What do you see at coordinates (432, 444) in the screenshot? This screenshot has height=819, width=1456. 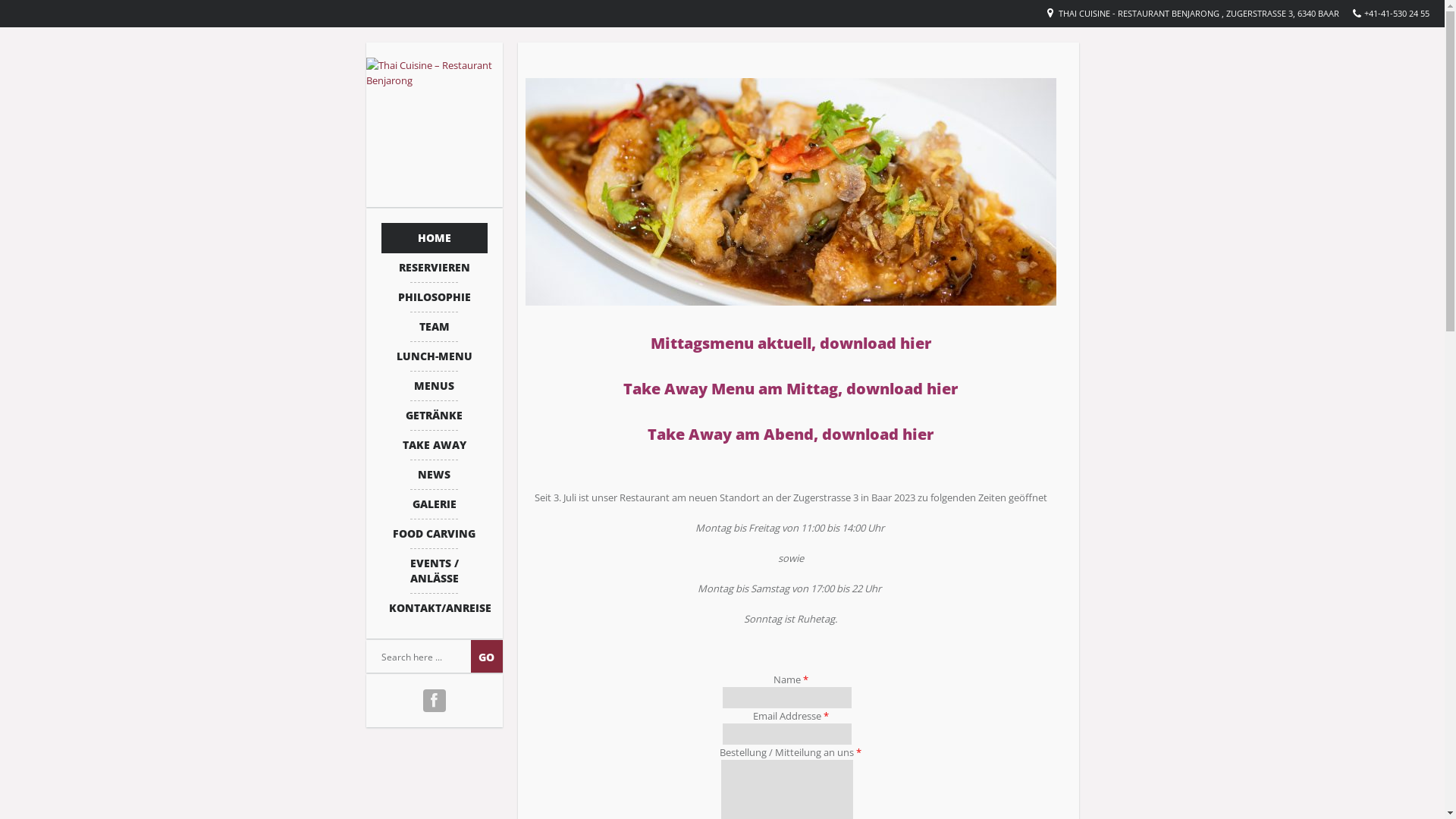 I see `'TAKE AWAY'` at bounding box center [432, 444].